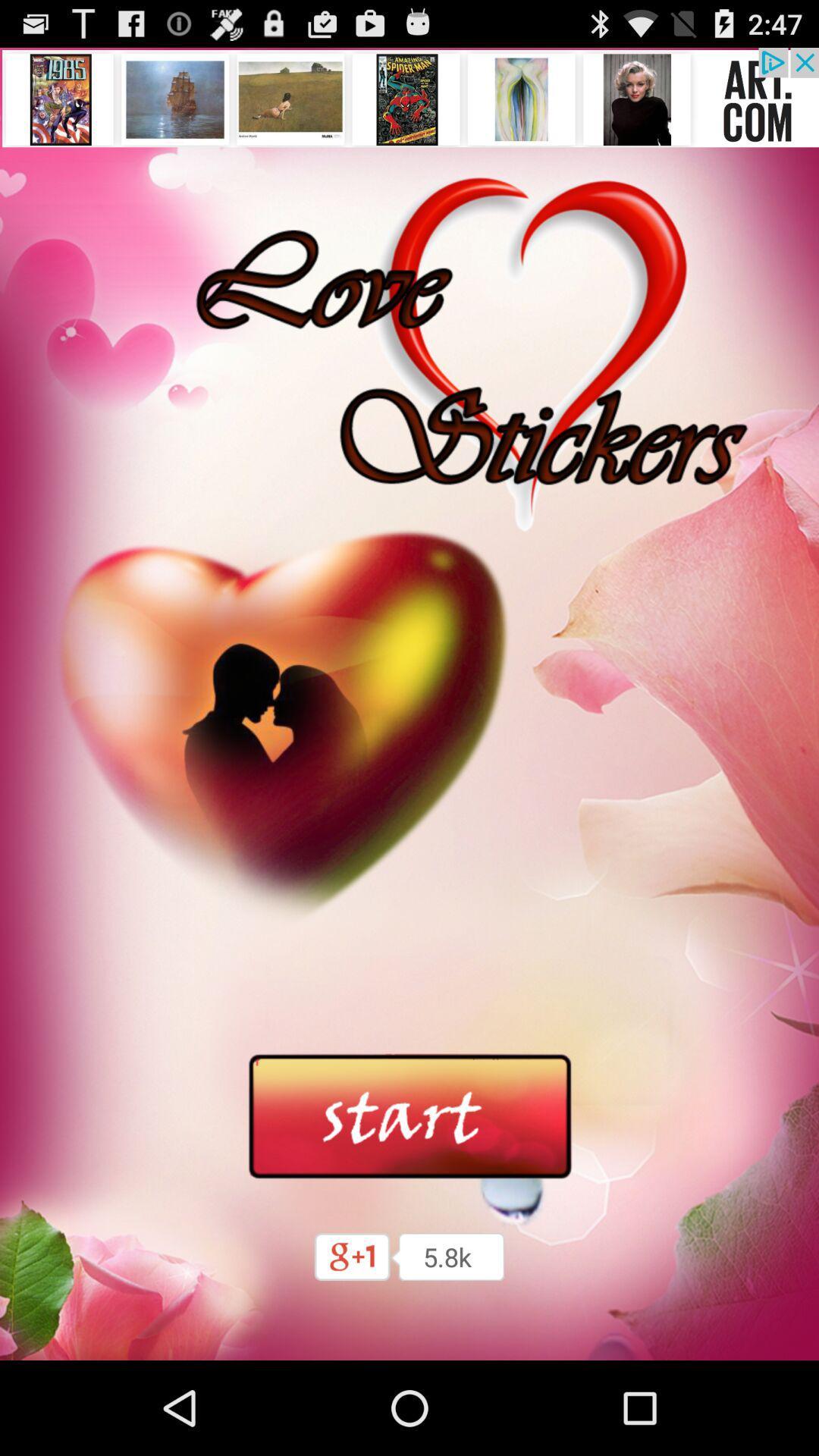 This screenshot has width=819, height=1456. Describe the element at coordinates (409, 1117) in the screenshot. I see `start` at that location.